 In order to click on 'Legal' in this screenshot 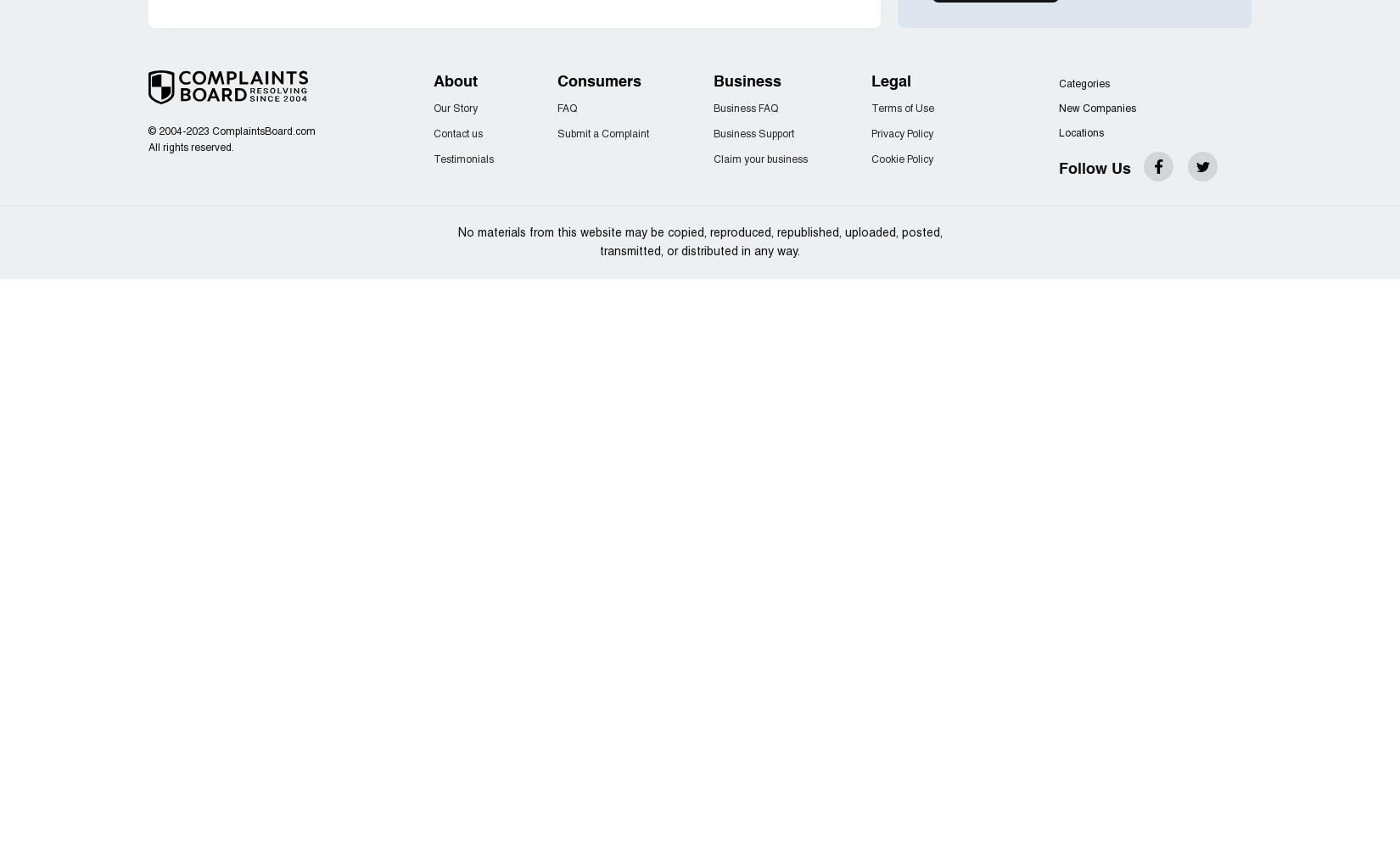, I will do `click(891, 81)`.